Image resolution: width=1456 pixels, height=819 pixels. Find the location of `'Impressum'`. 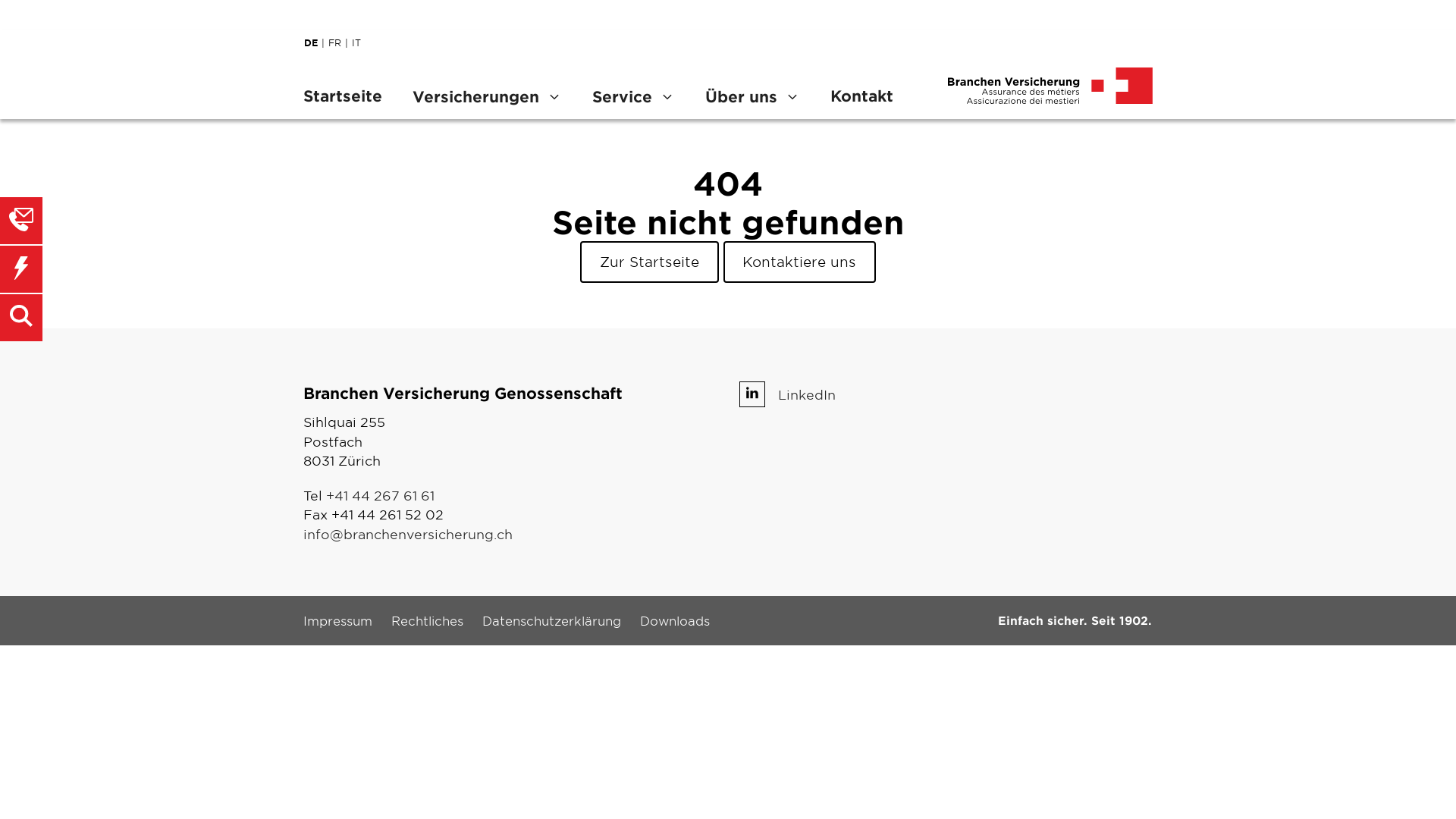

'Impressum' is located at coordinates (337, 620).